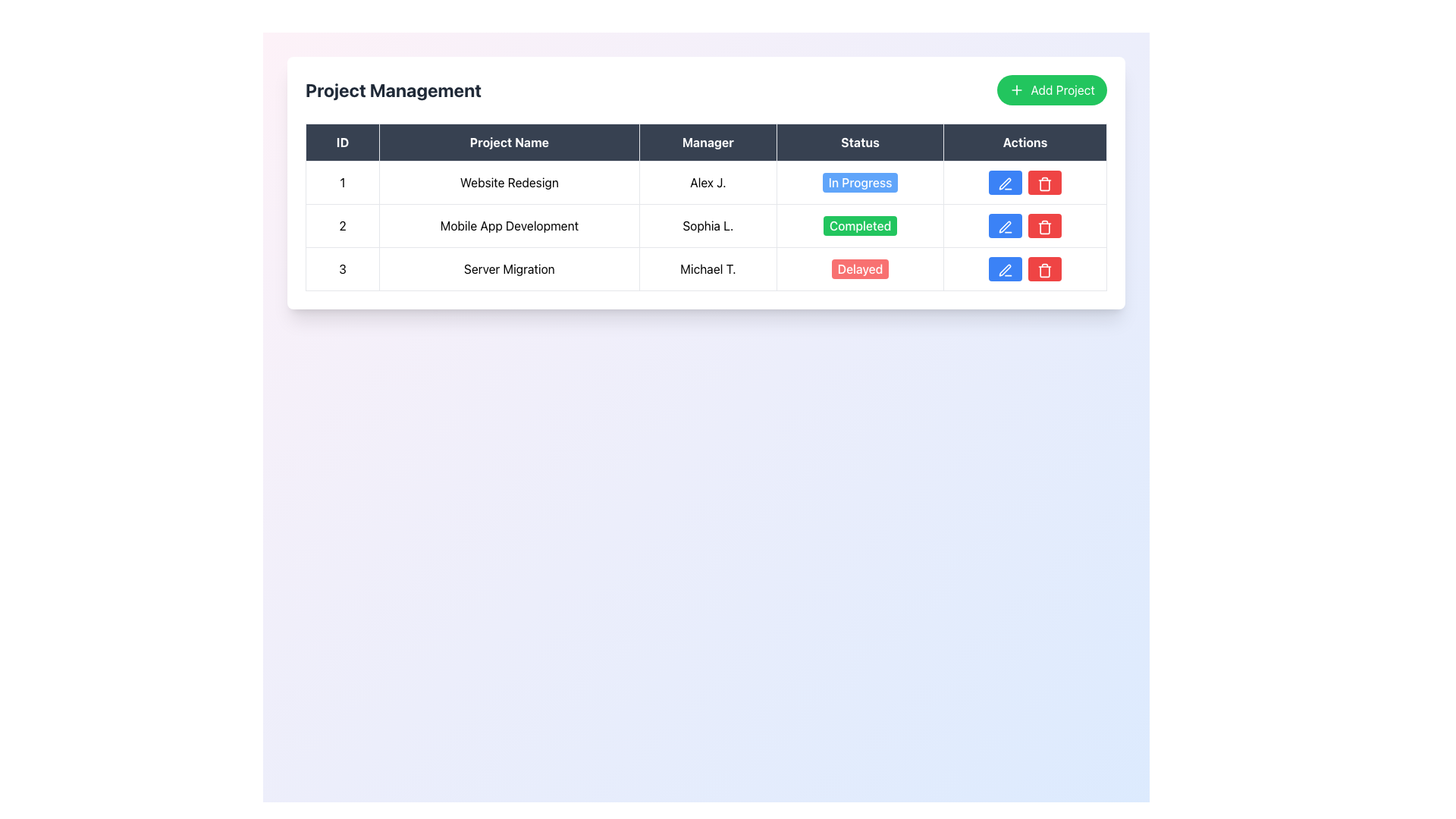 Image resolution: width=1456 pixels, height=819 pixels. Describe the element at coordinates (705, 143) in the screenshot. I see `the Table Header Row which contains the headers 'ID', 'Project Name', 'Manager', 'Status', and 'Actions' located below the 'Project Management' title` at that location.